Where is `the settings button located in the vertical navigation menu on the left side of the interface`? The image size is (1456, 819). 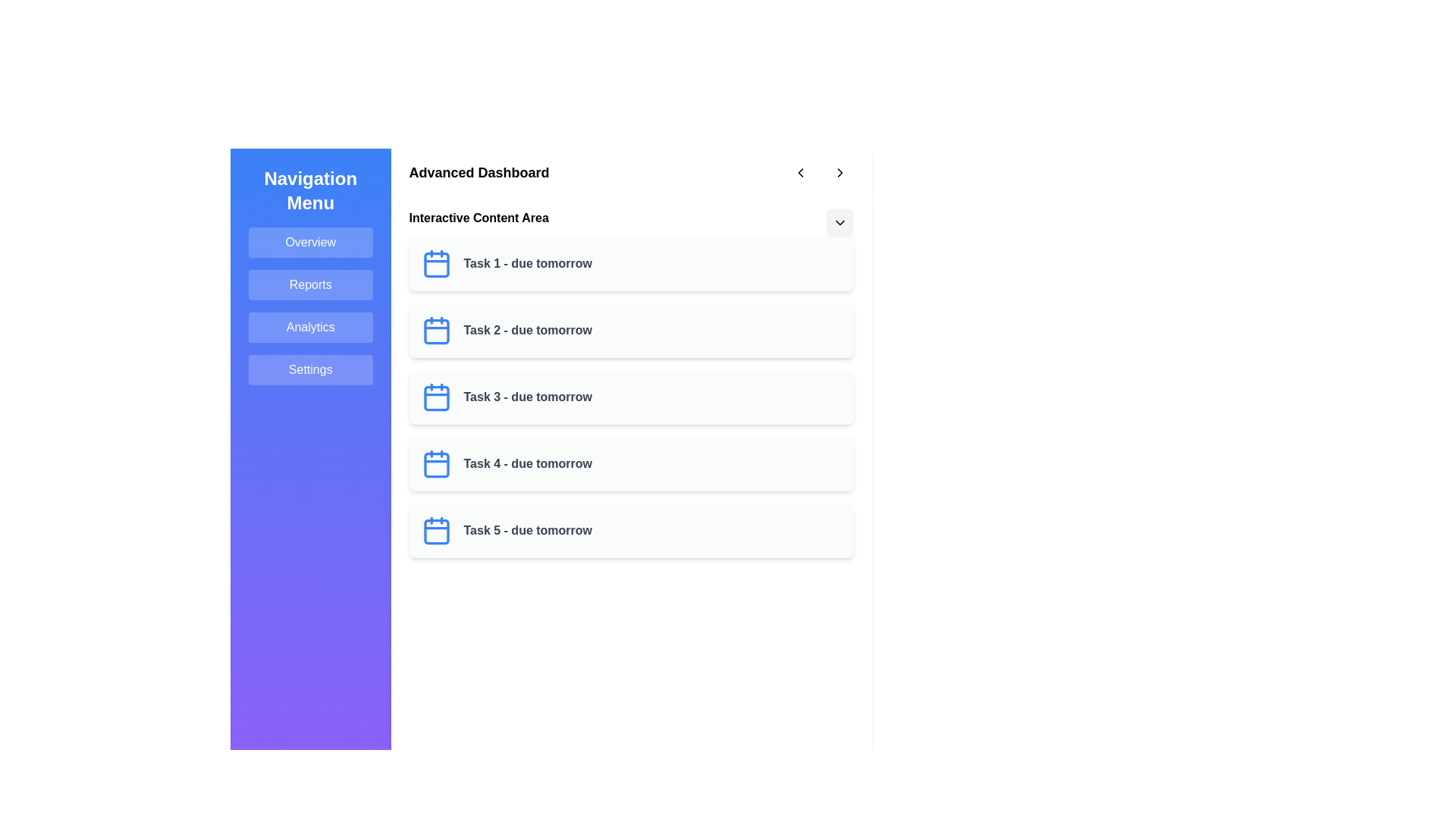 the settings button located in the vertical navigation menu on the left side of the interface is located at coordinates (309, 370).